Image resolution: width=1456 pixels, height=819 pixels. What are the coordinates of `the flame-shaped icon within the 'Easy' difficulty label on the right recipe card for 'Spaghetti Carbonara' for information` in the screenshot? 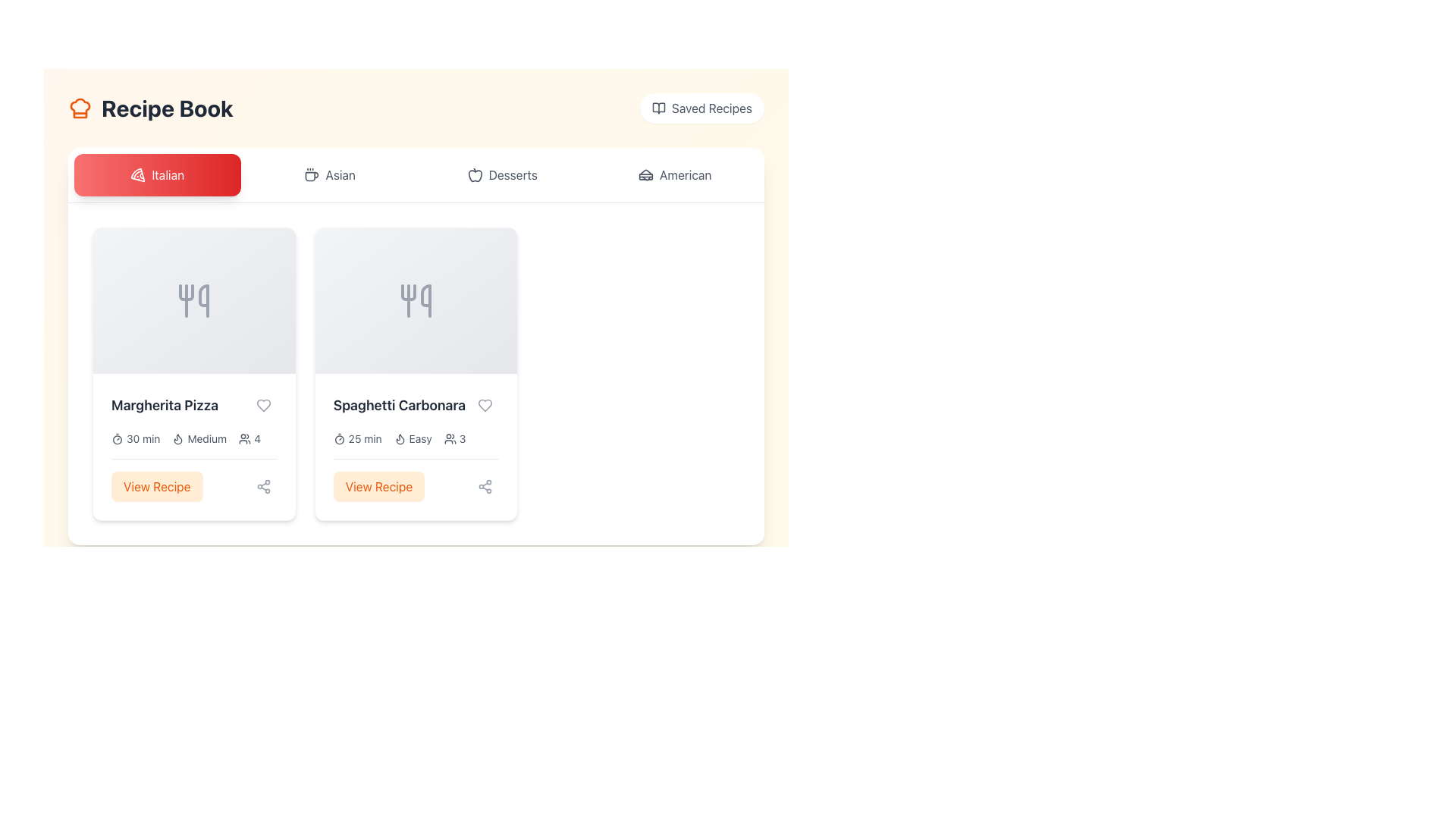 It's located at (400, 438).